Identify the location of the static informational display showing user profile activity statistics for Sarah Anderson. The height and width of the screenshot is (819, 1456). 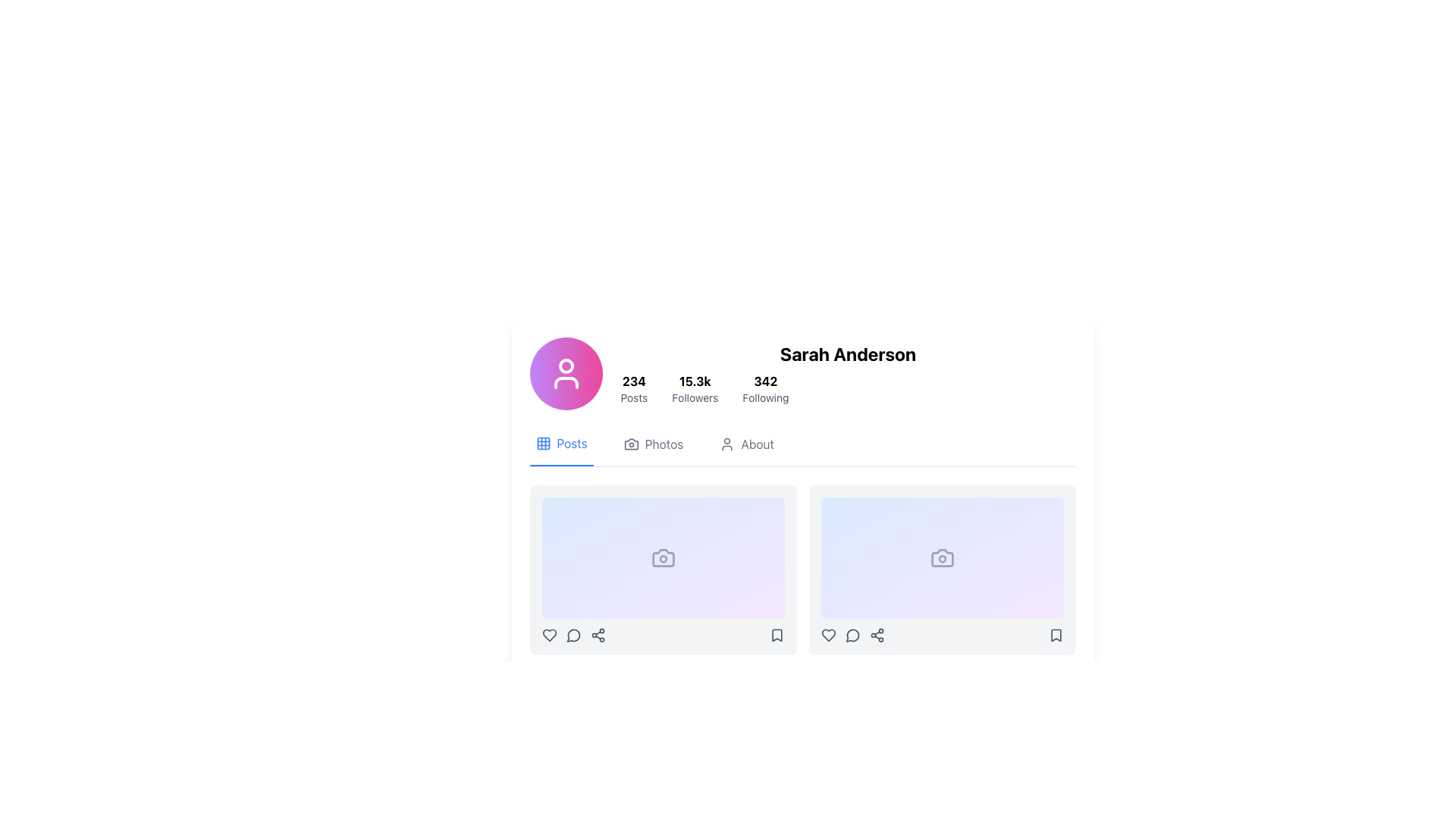
(847, 388).